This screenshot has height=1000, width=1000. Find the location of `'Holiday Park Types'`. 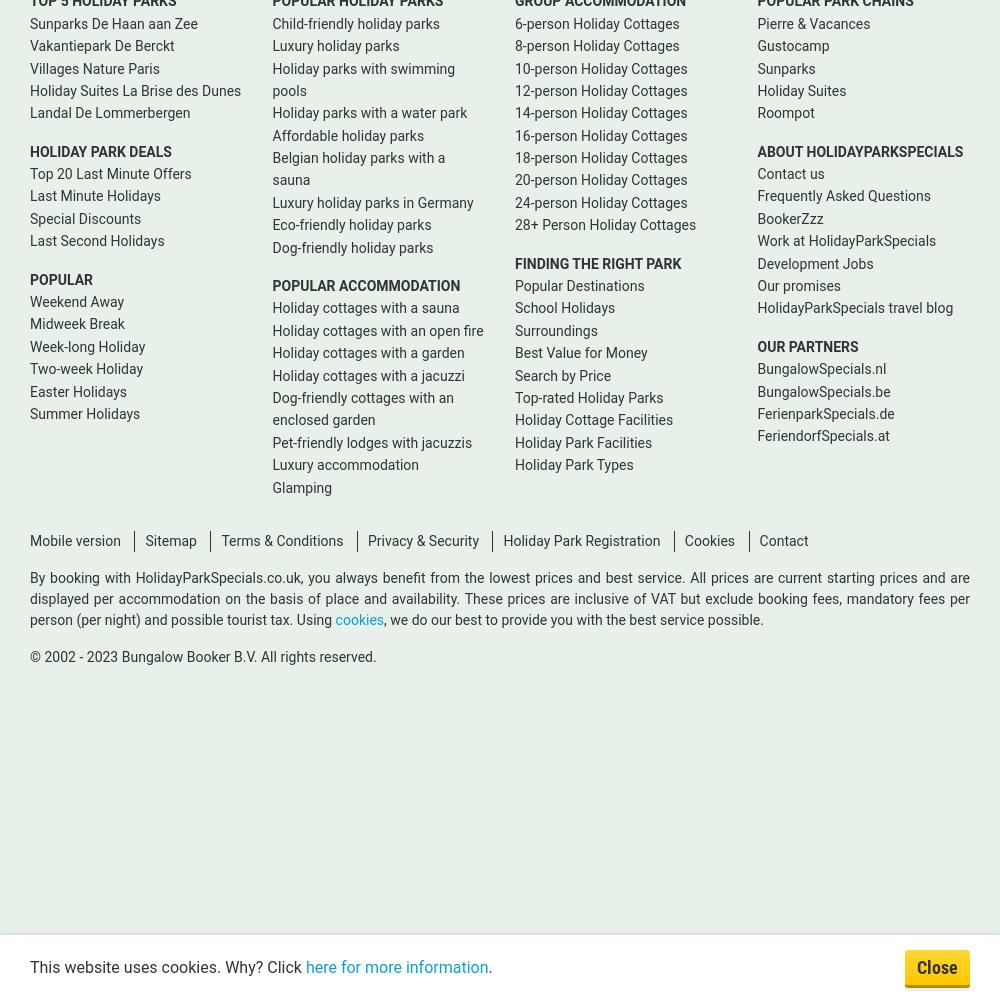

'Holiday Park Types' is located at coordinates (515, 464).